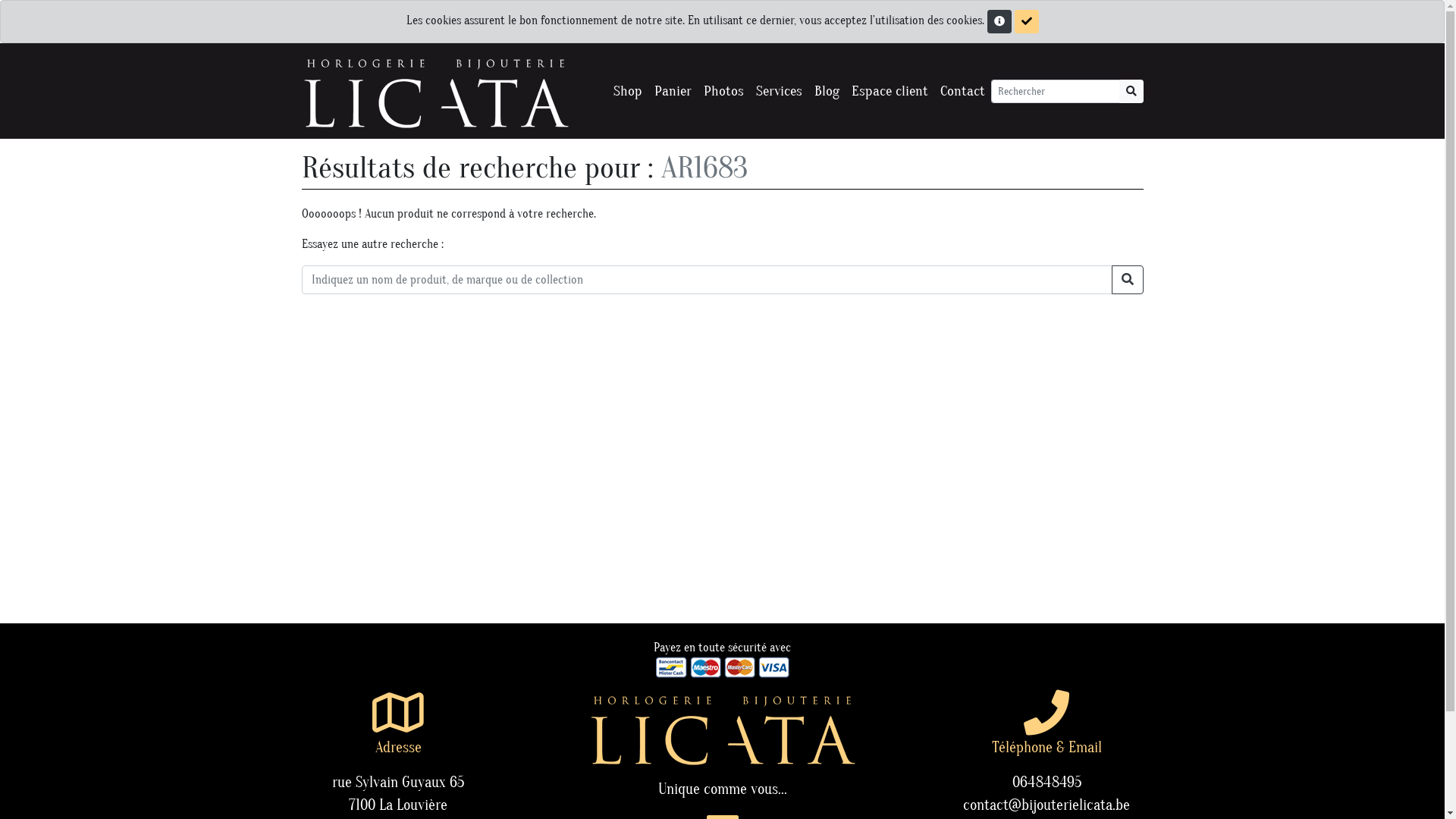  What do you see at coordinates (671, 91) in the screenshot?
I see `'Panier'` at bounding box center [671, 91].